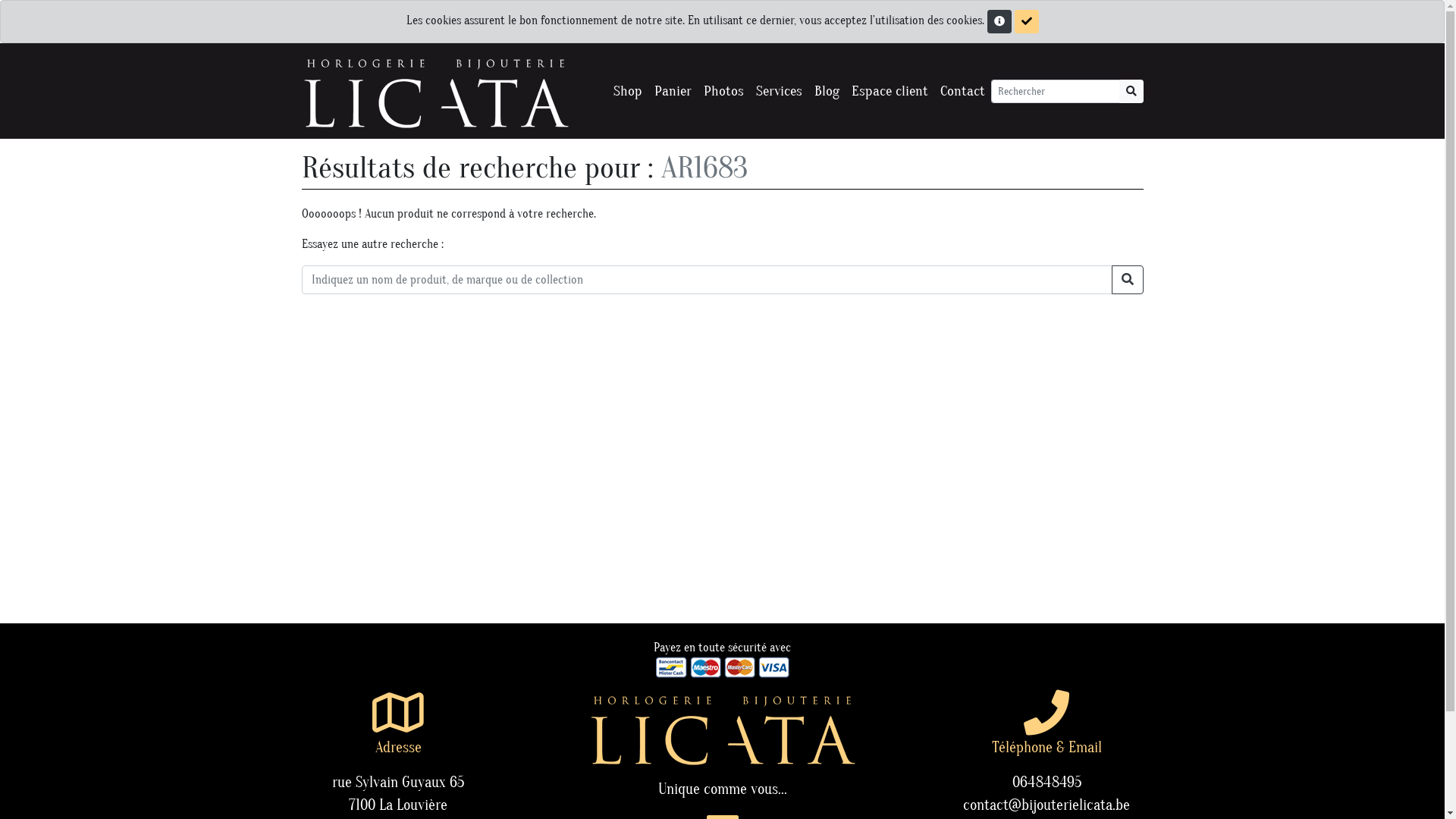  What do you see at coordinates (671, 91) in the screenshot?
I see `'Panier'` at bounding box center [671, 91].